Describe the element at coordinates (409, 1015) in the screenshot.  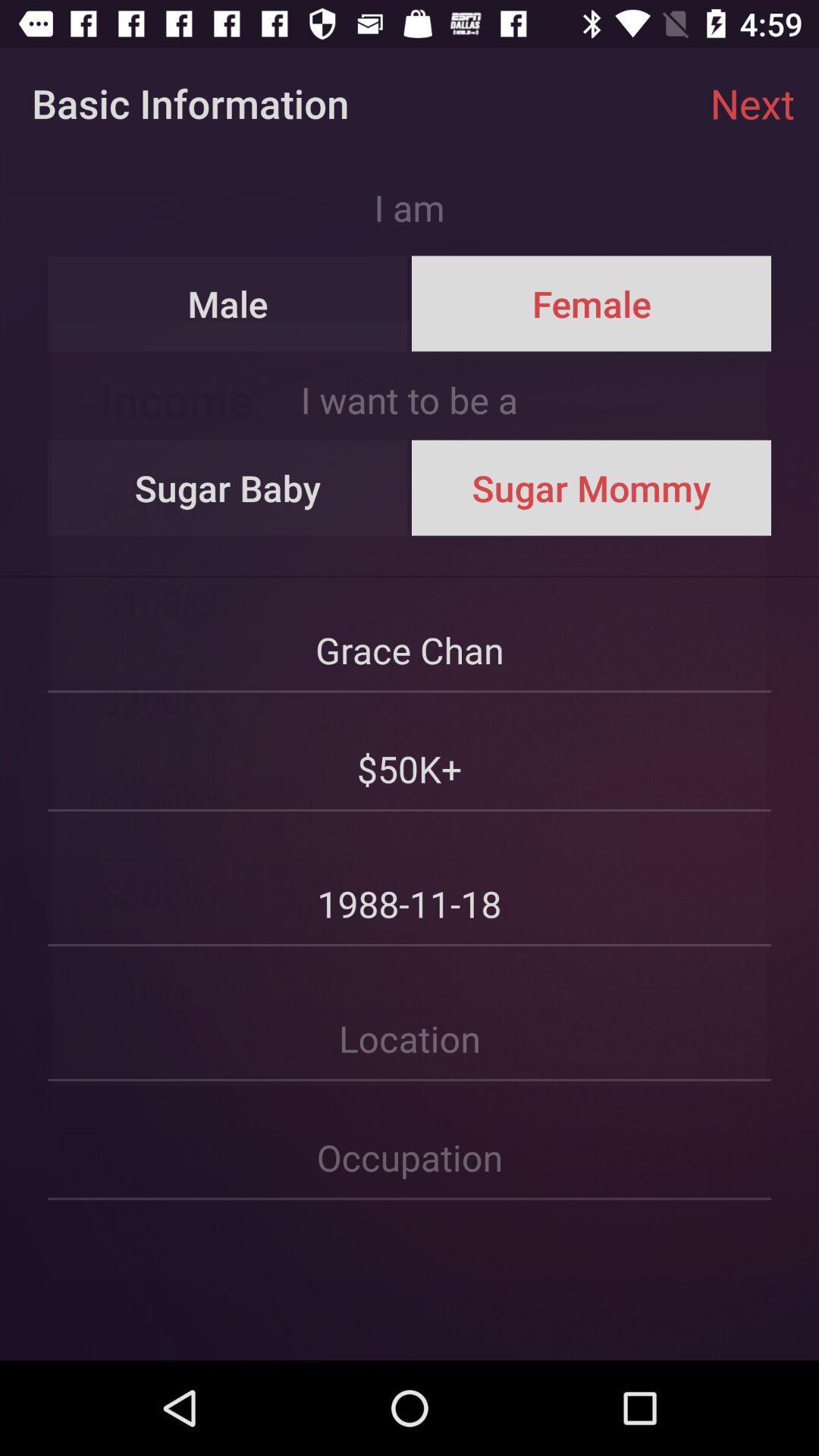
I see `your location` at that location.